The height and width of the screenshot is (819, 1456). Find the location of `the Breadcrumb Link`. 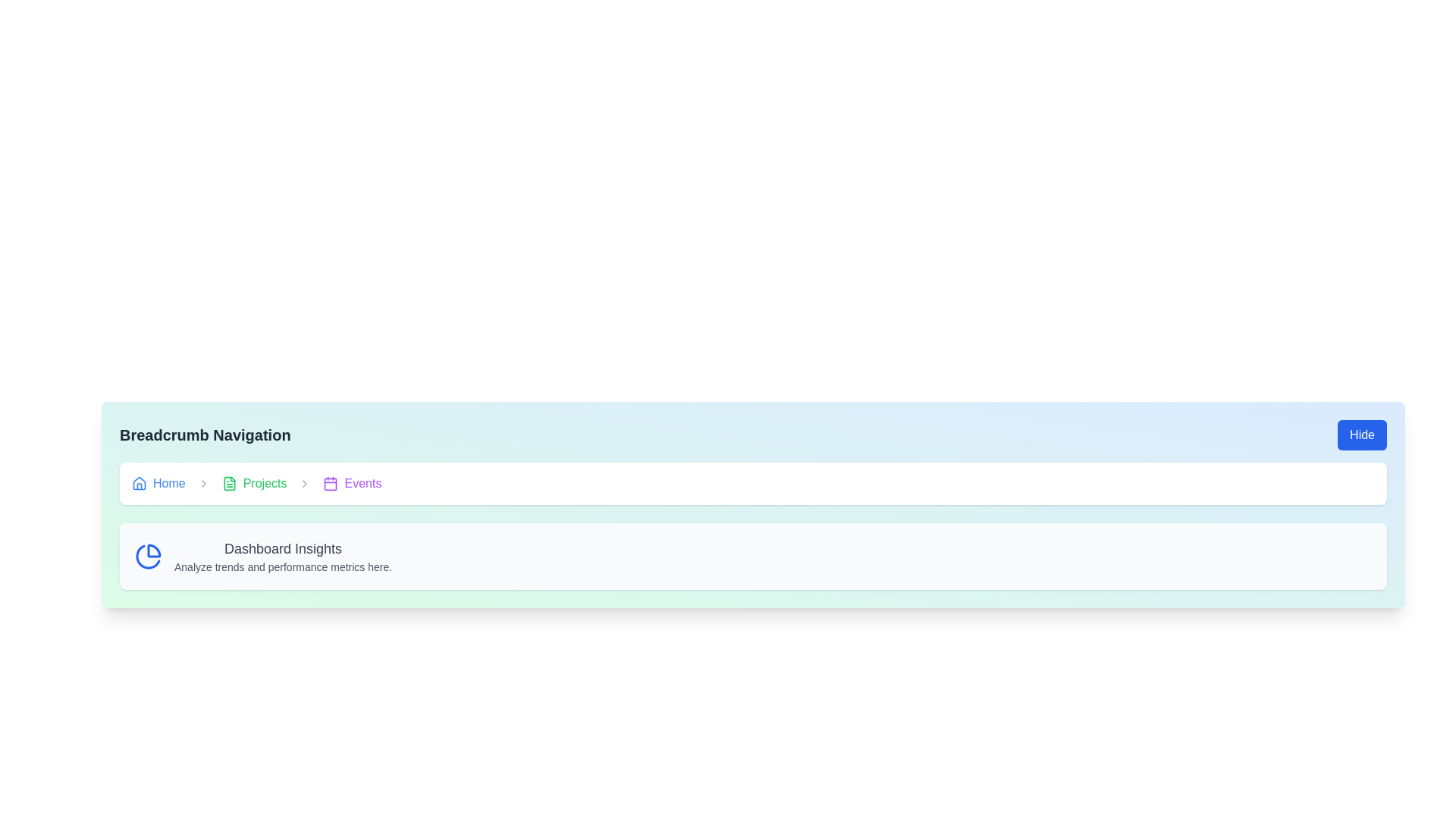

the Breadcrumb Link is located at coordinates (158, 483).